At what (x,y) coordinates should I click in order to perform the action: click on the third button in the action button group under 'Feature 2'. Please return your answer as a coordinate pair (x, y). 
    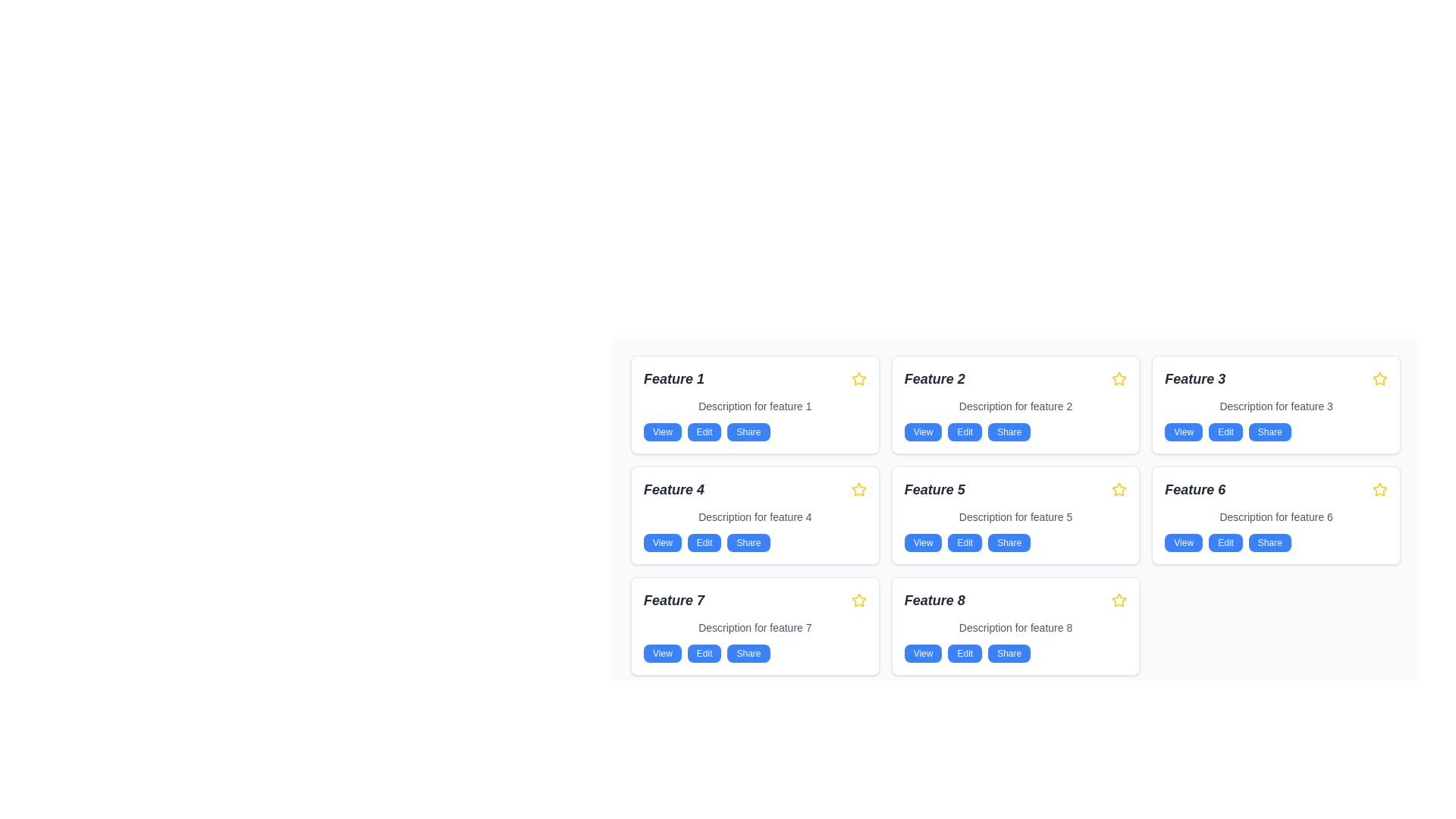
    Looking at the image, I should click on (1009, 432).